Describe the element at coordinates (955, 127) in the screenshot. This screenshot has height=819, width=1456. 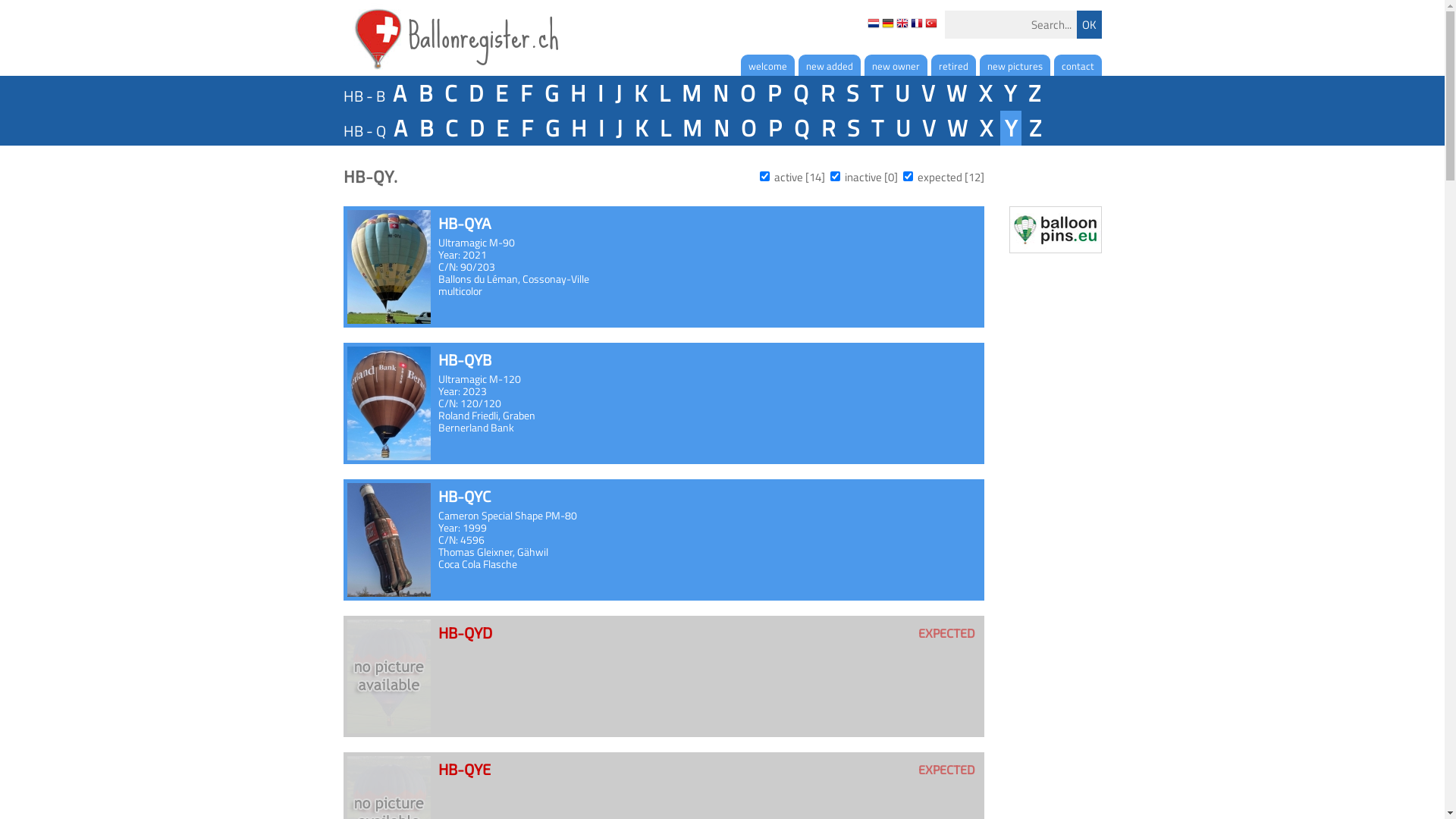
I see `'W'` at that location.